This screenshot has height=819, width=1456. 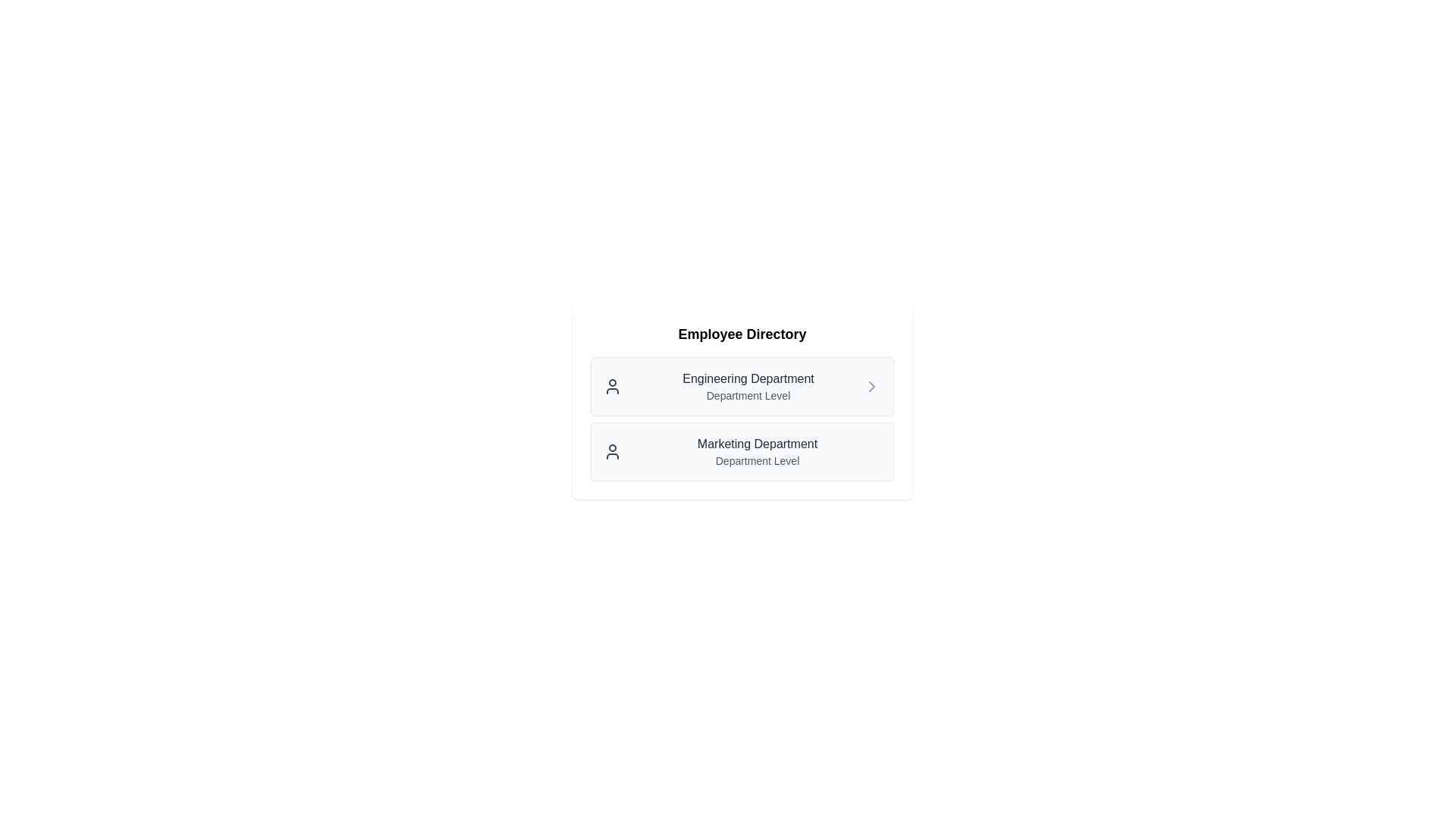 I want to click on the user avatar icon located to the left of the 'Engineering Department' text by moving the cursor to its center point, so click(x=612, y=385).